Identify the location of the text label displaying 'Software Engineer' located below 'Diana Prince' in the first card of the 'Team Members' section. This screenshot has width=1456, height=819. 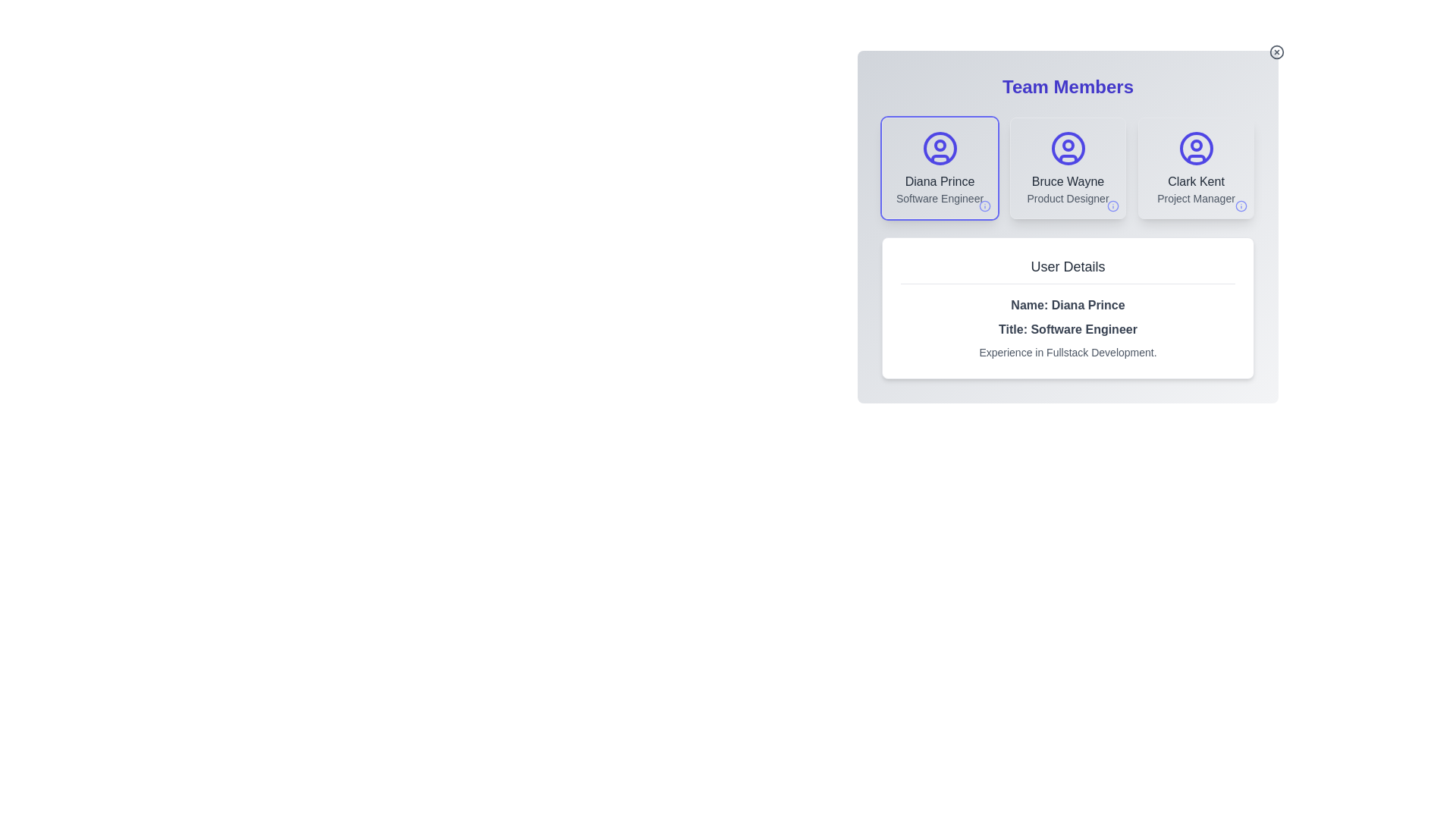
(939, 198).